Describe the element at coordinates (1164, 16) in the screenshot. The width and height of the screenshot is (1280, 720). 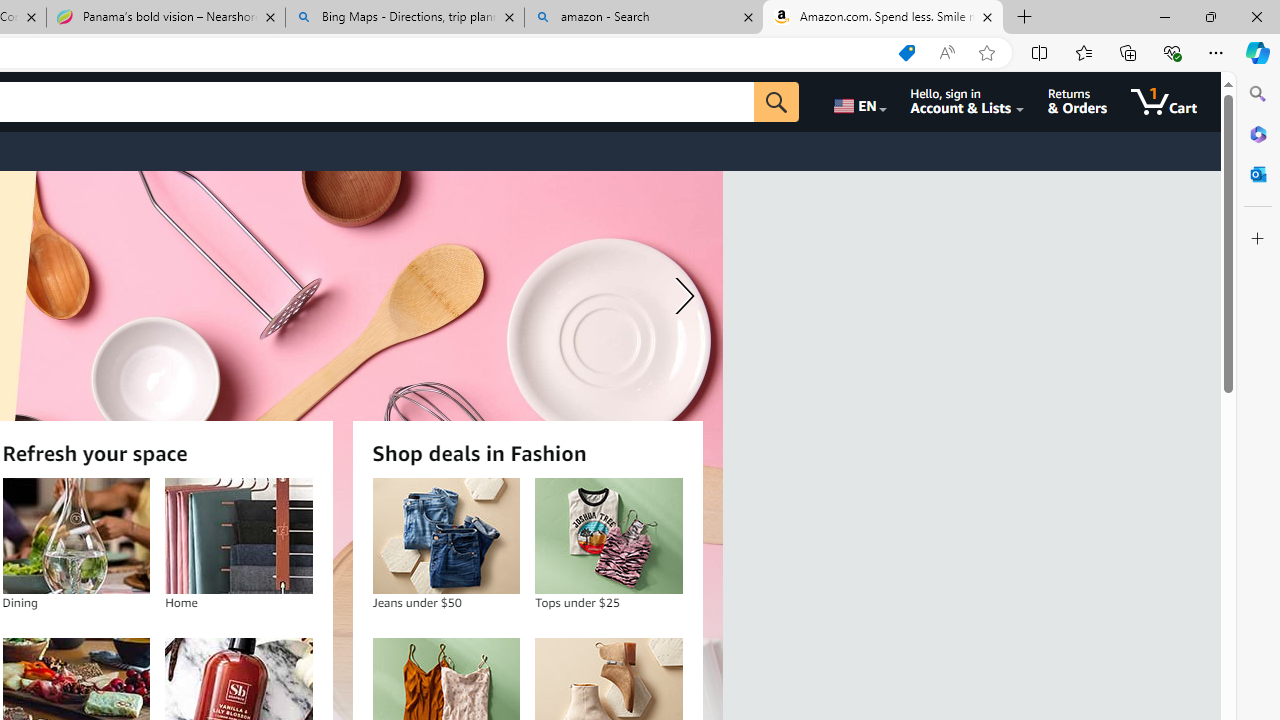
I see `'Minimize'` at that location.